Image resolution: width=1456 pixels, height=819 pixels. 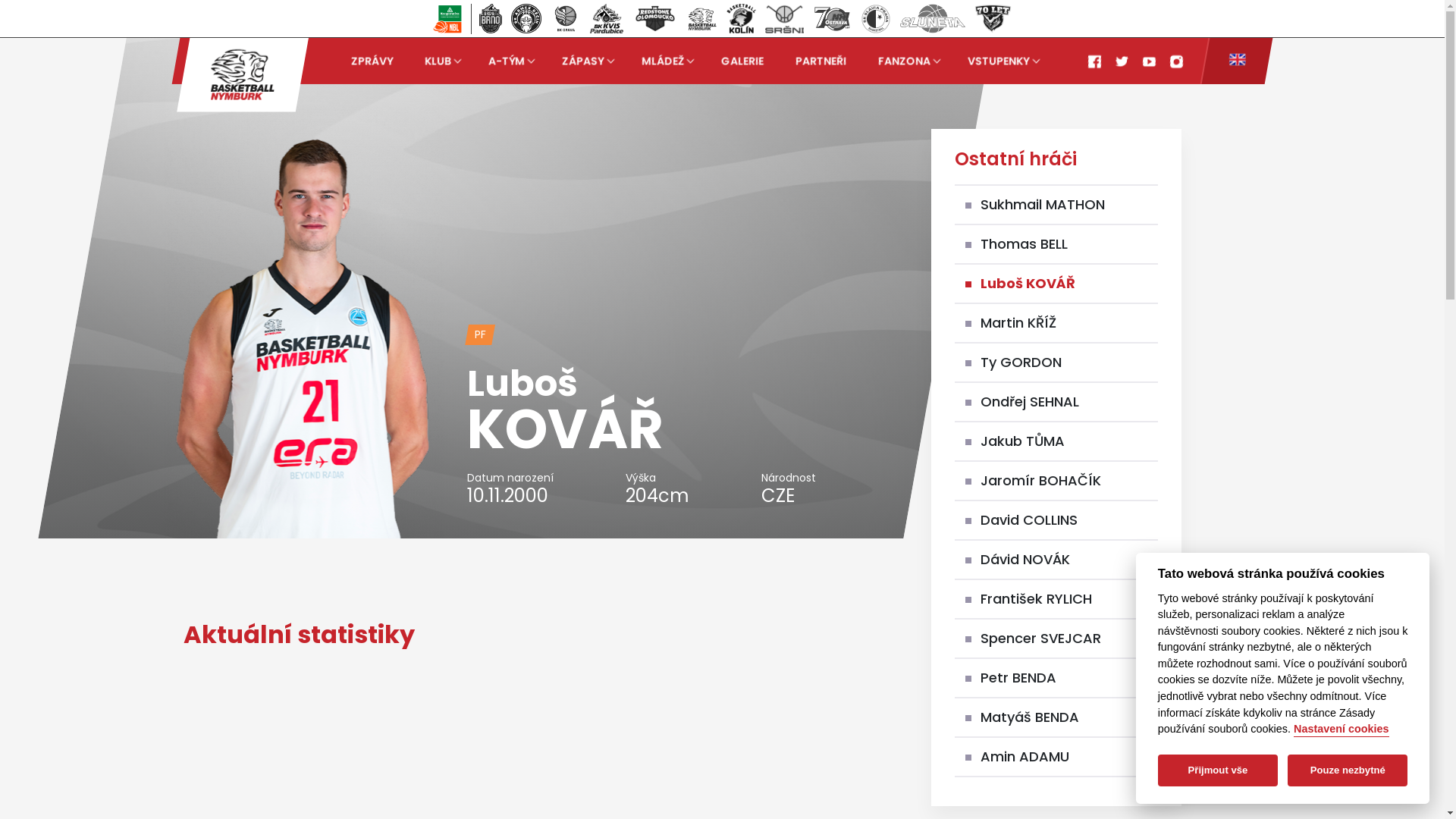 I want to click on 'Spencer SVEJCAR', so click(x=980, y=638).